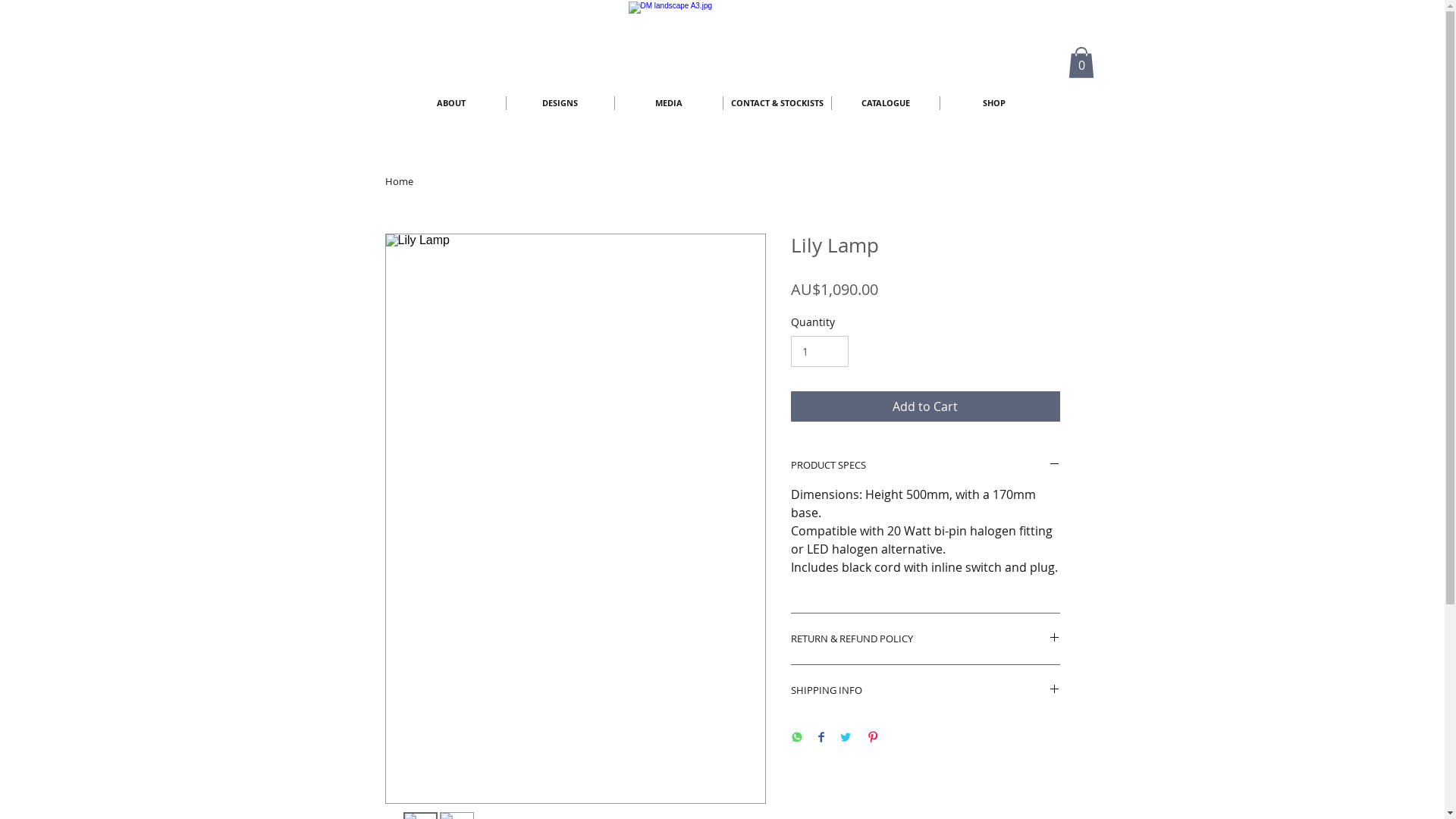 The height and width of the screenshot is (819, 1456). Describe the element at coordinates (830, 102) in the screenshot. I see `'CATALOGUE'` at that location.